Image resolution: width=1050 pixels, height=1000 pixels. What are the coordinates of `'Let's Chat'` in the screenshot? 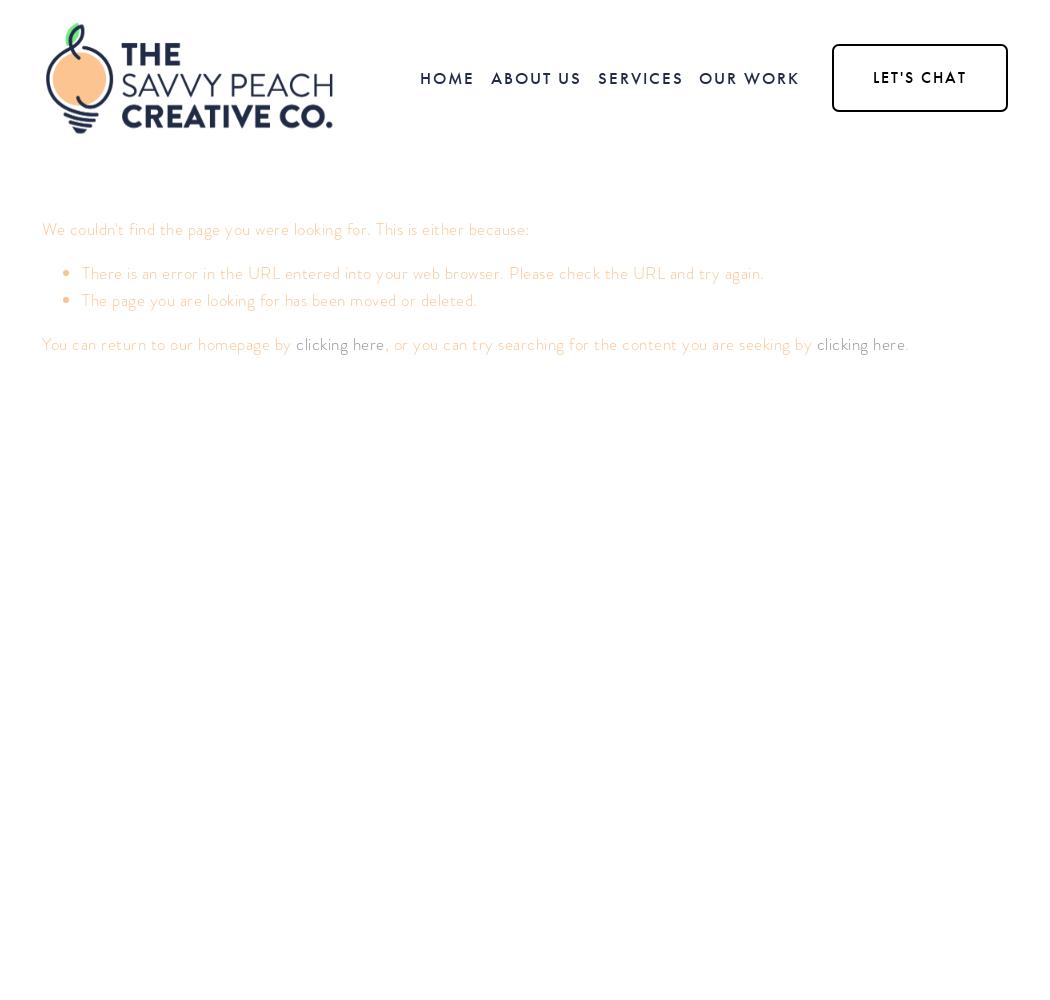 It's located at (918, 77).